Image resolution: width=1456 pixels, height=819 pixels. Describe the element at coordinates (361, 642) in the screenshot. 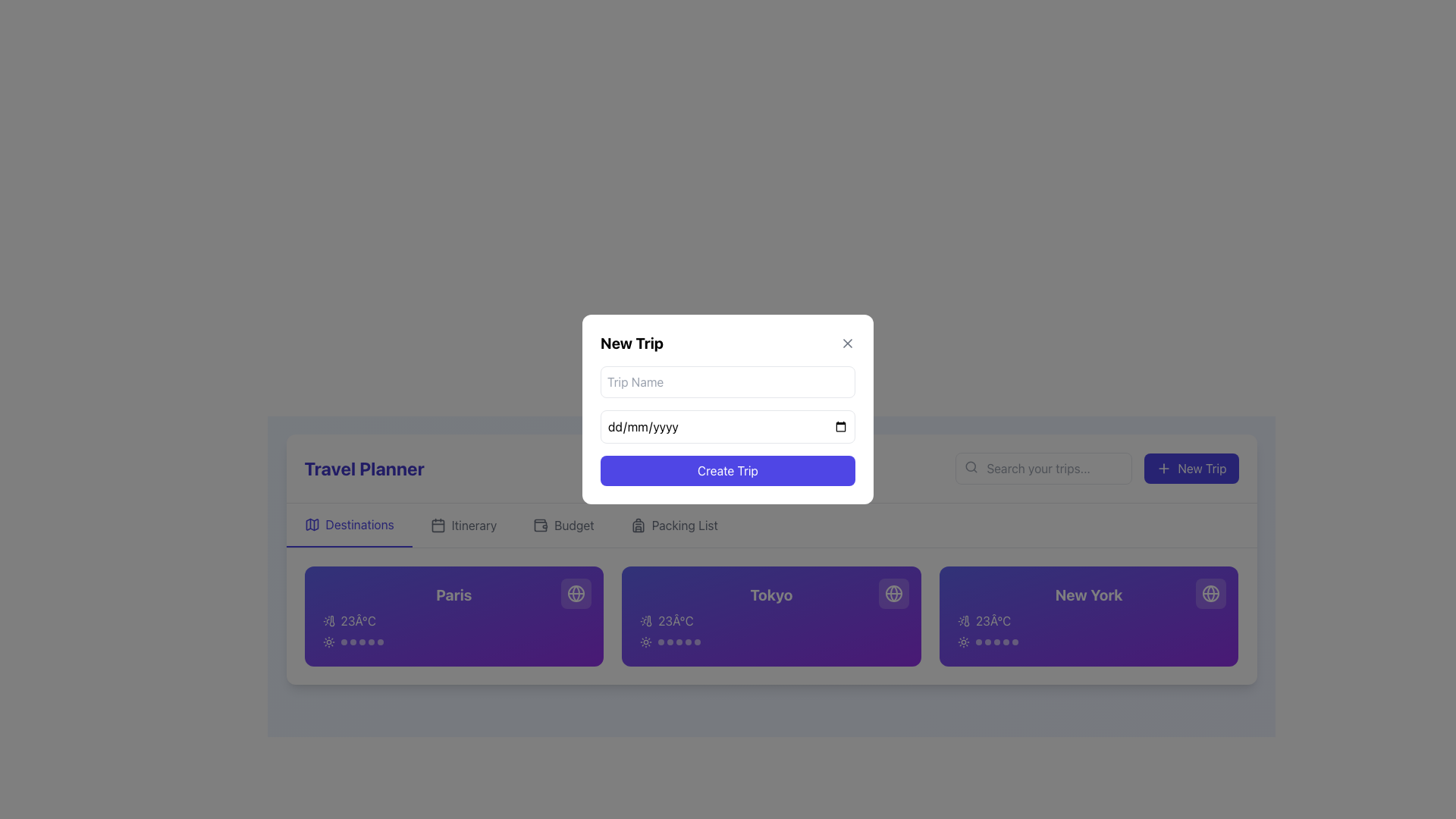

I see `the indicator dots for ratings or progress located at the bottom section of the 'Travel Planner' card for 'Paris', beneath the temperature information and weather icon details` at that location.